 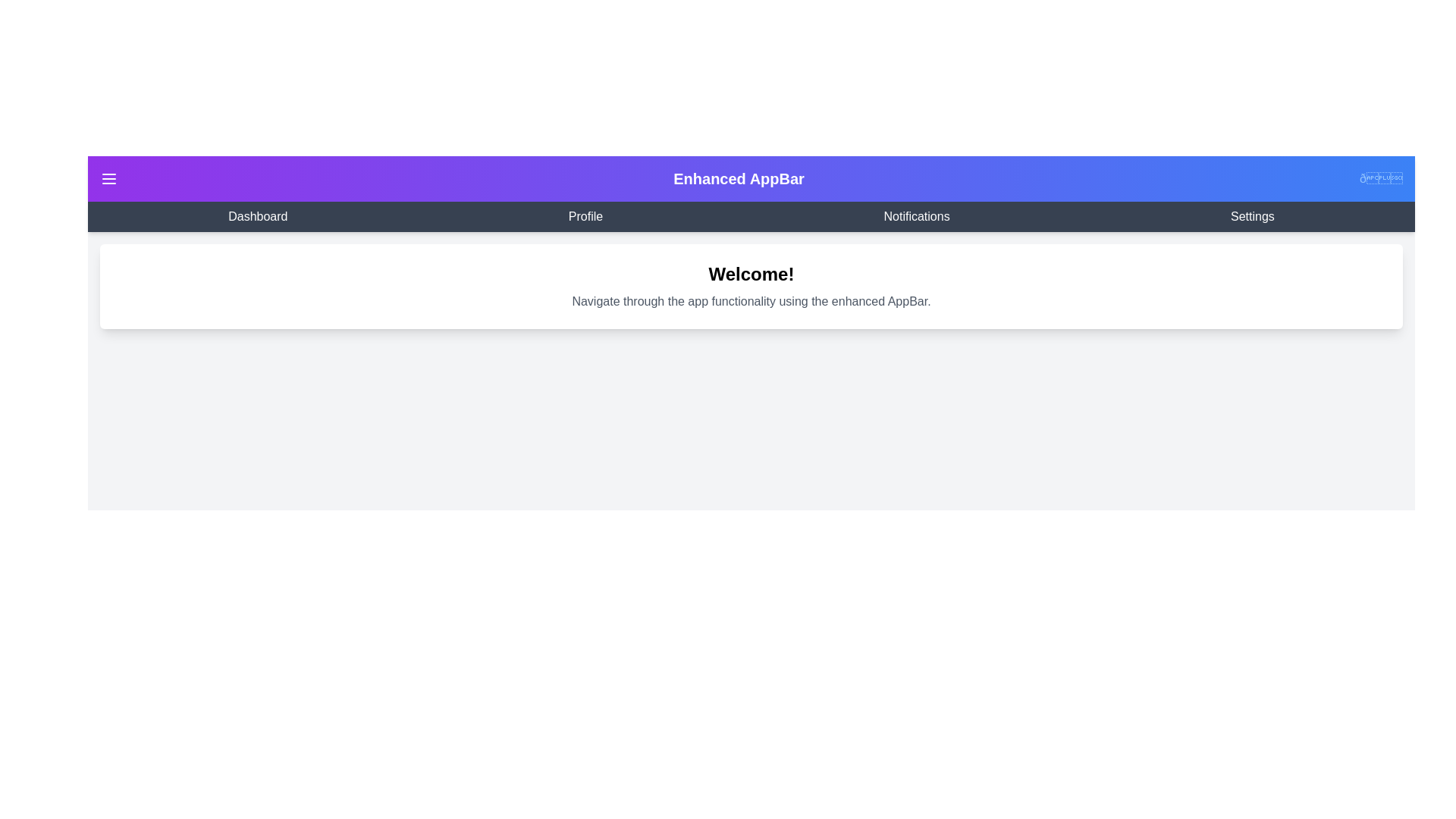 I want to click on the navigation link Settings, so click(x=1252, y=216).